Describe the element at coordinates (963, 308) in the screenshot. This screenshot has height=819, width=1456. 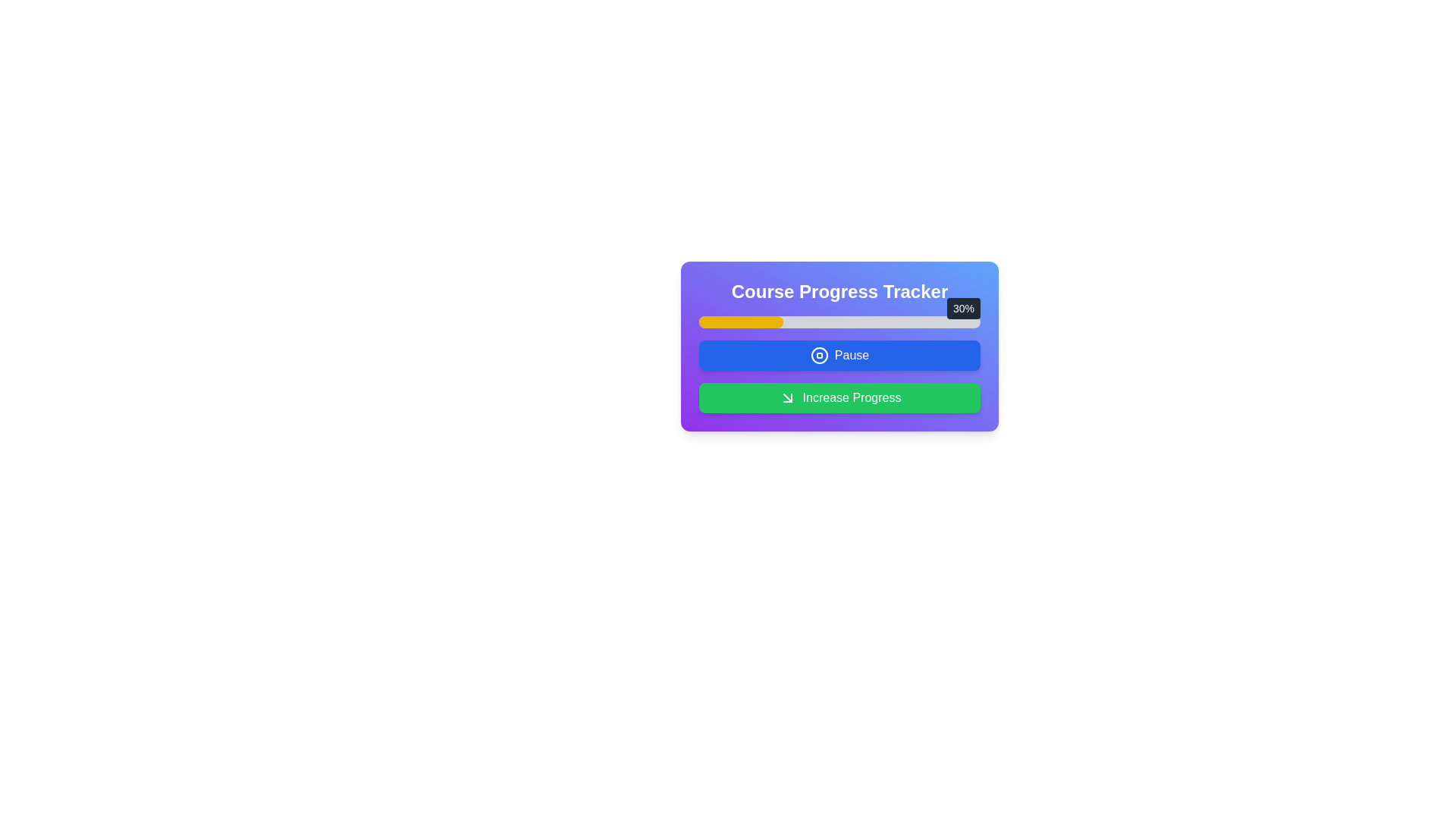
I see `the static text element that displays the percentage completion of the progress bar, located above the right end of the 'Course Progress Tracker' progress bar` at that location.